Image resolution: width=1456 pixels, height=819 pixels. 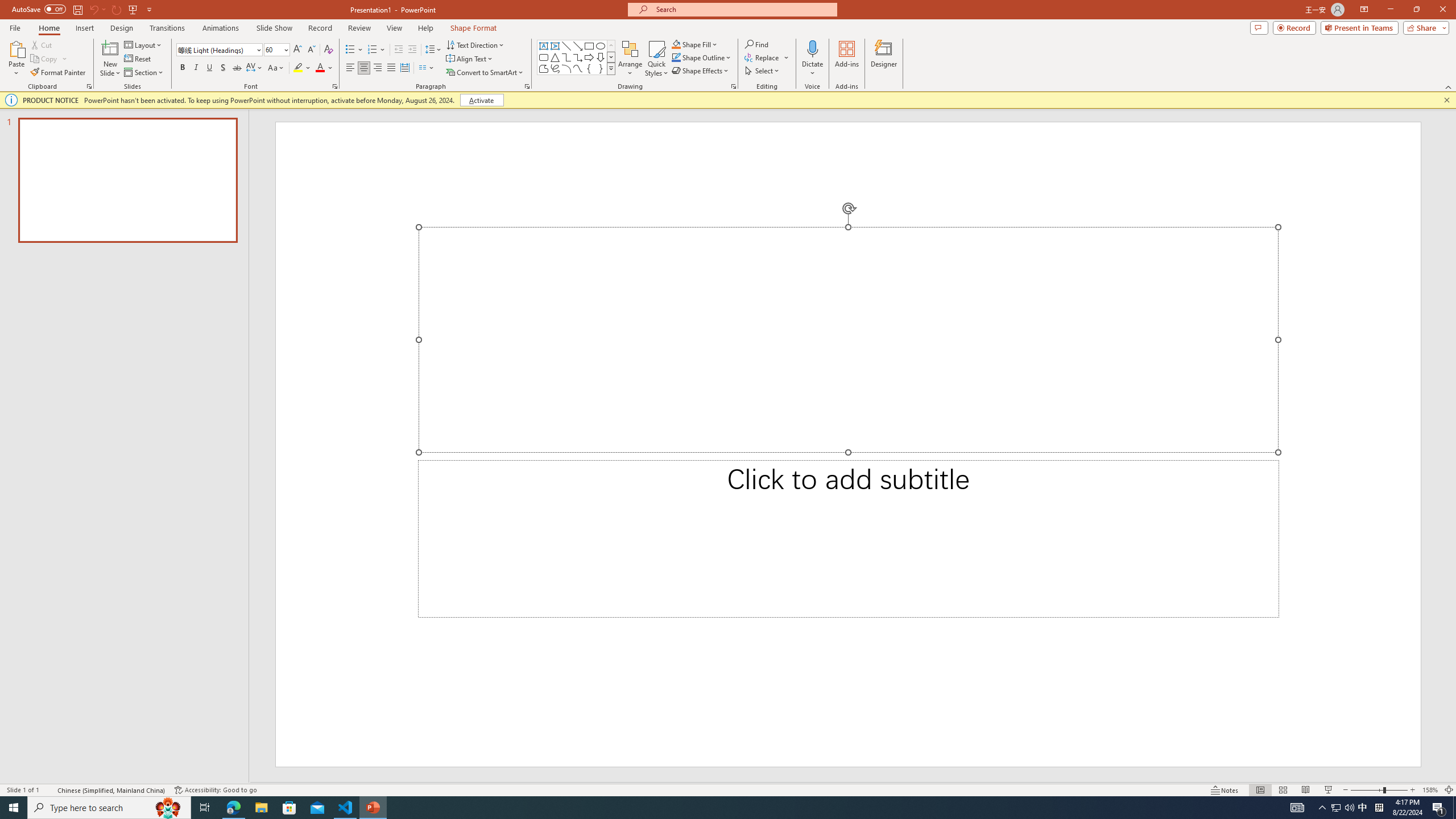 What do you see at coordinates (167, 28) in the screenshot?
I see `'Transitions'` at bounding box center [167, 28].